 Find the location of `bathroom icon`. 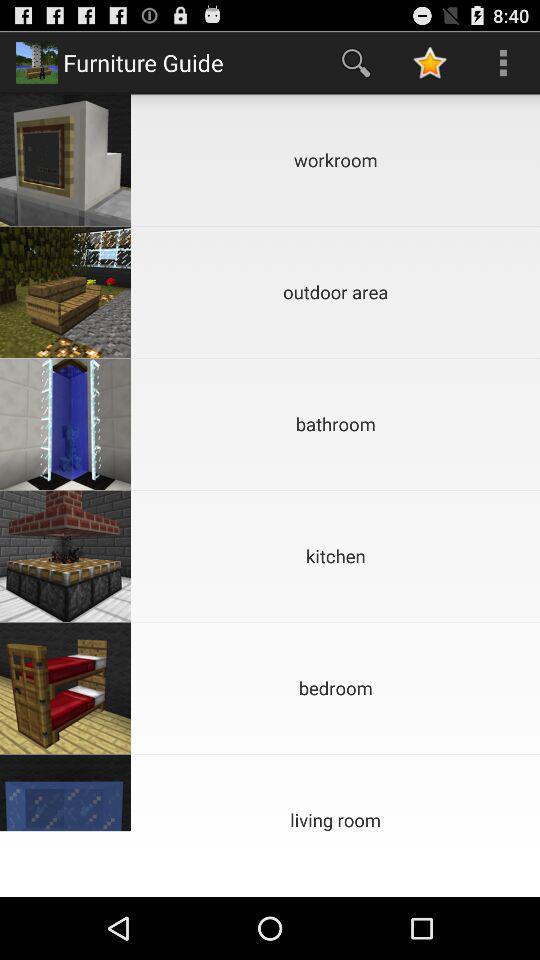

bathroom icon is located at coordinates (335, 424).